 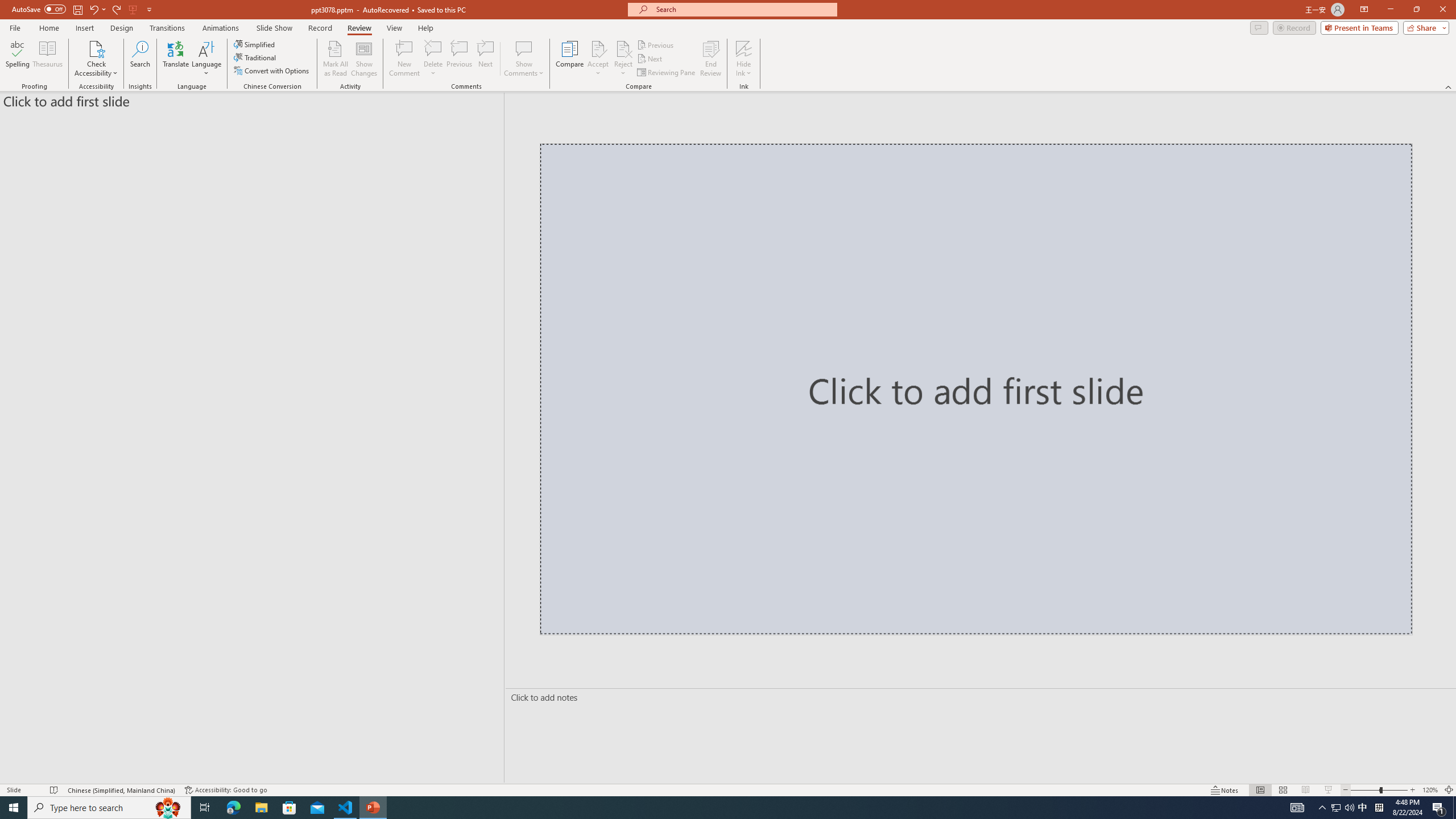 I want to click on 'End Review', so click(x=710, y=59).